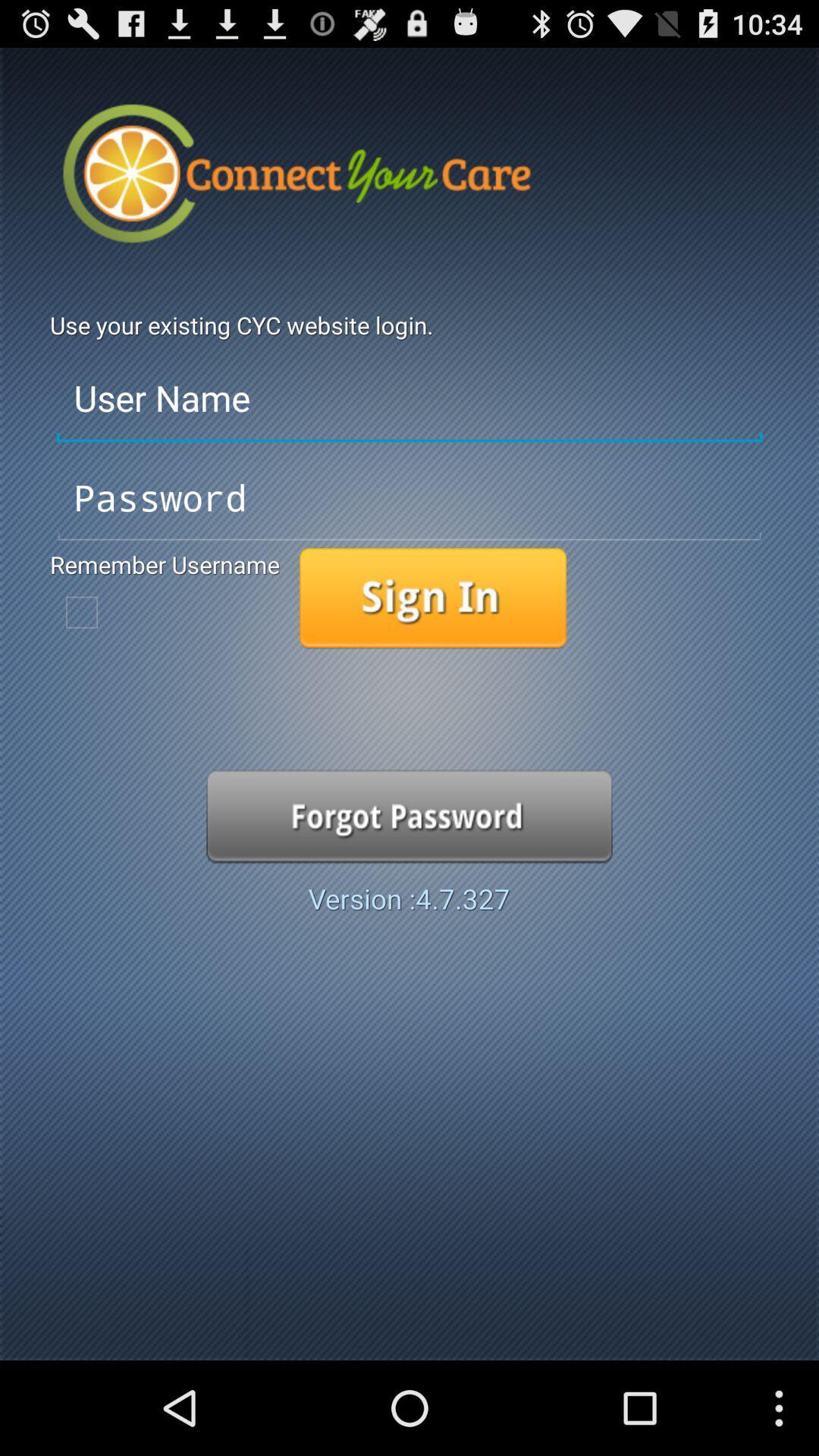  I want to click on check remember username, so click(82, 612).